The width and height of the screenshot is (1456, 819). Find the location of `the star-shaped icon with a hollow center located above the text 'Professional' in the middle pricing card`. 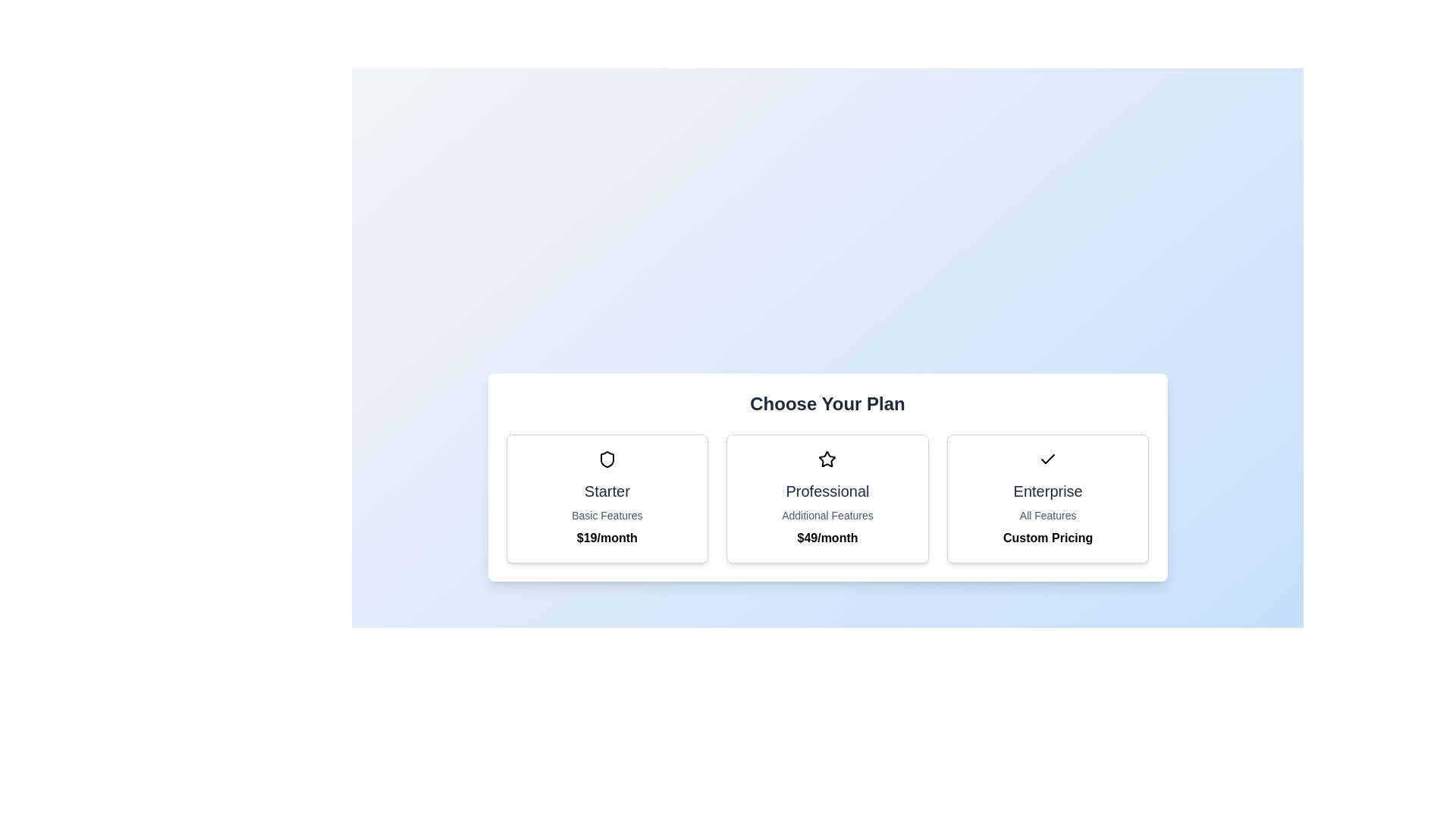

the star-shaped icon with a hollow center located above the text 'Professional' in the middle pricing card is located at coordinates (827, 458).